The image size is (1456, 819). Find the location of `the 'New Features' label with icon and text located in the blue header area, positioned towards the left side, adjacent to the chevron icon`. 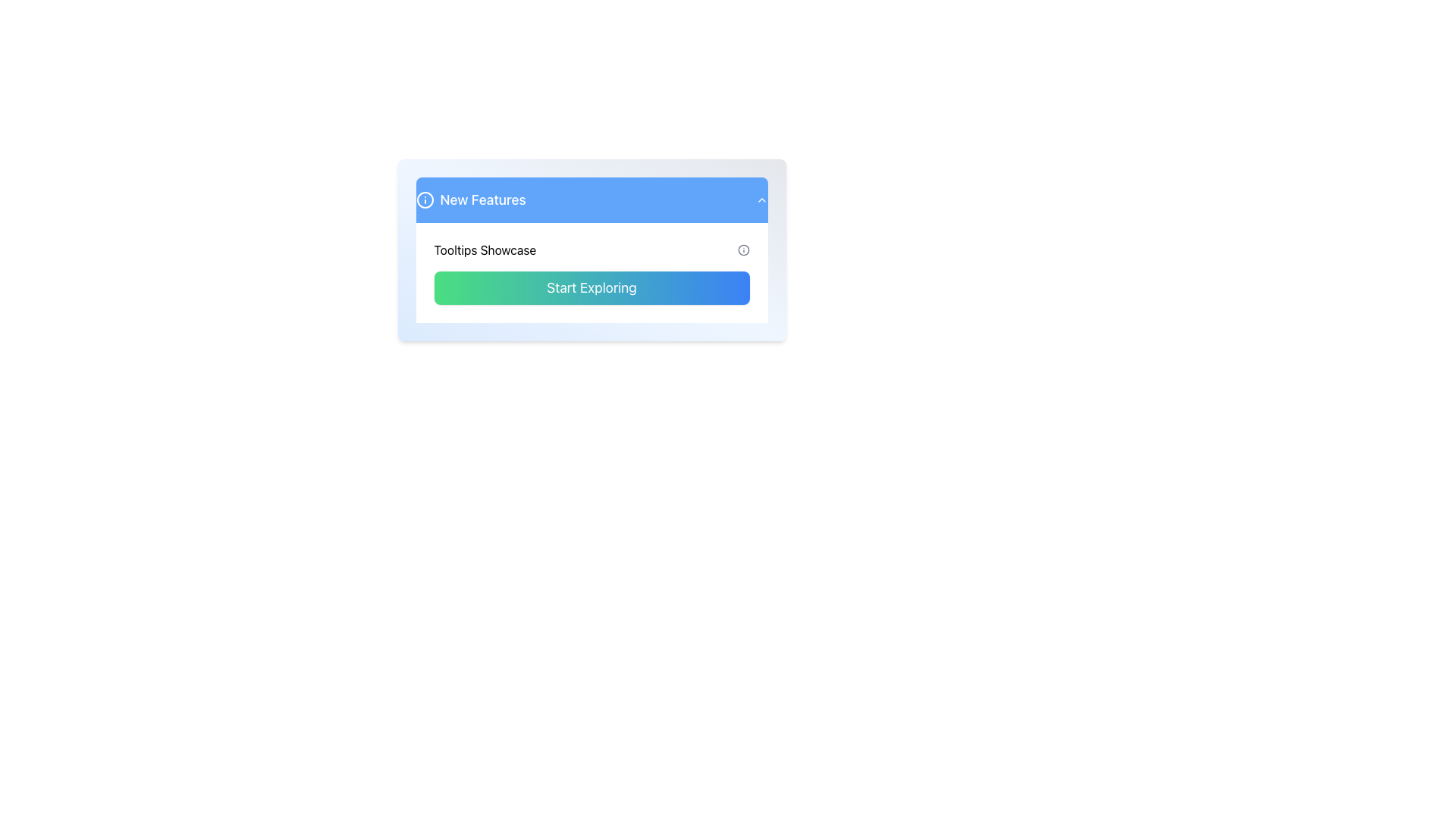

the 'New Features' label with icon and text located in the blue header area, positioned towards the left side, adjacent to the chevron icon is located at coordinates (470, 199).